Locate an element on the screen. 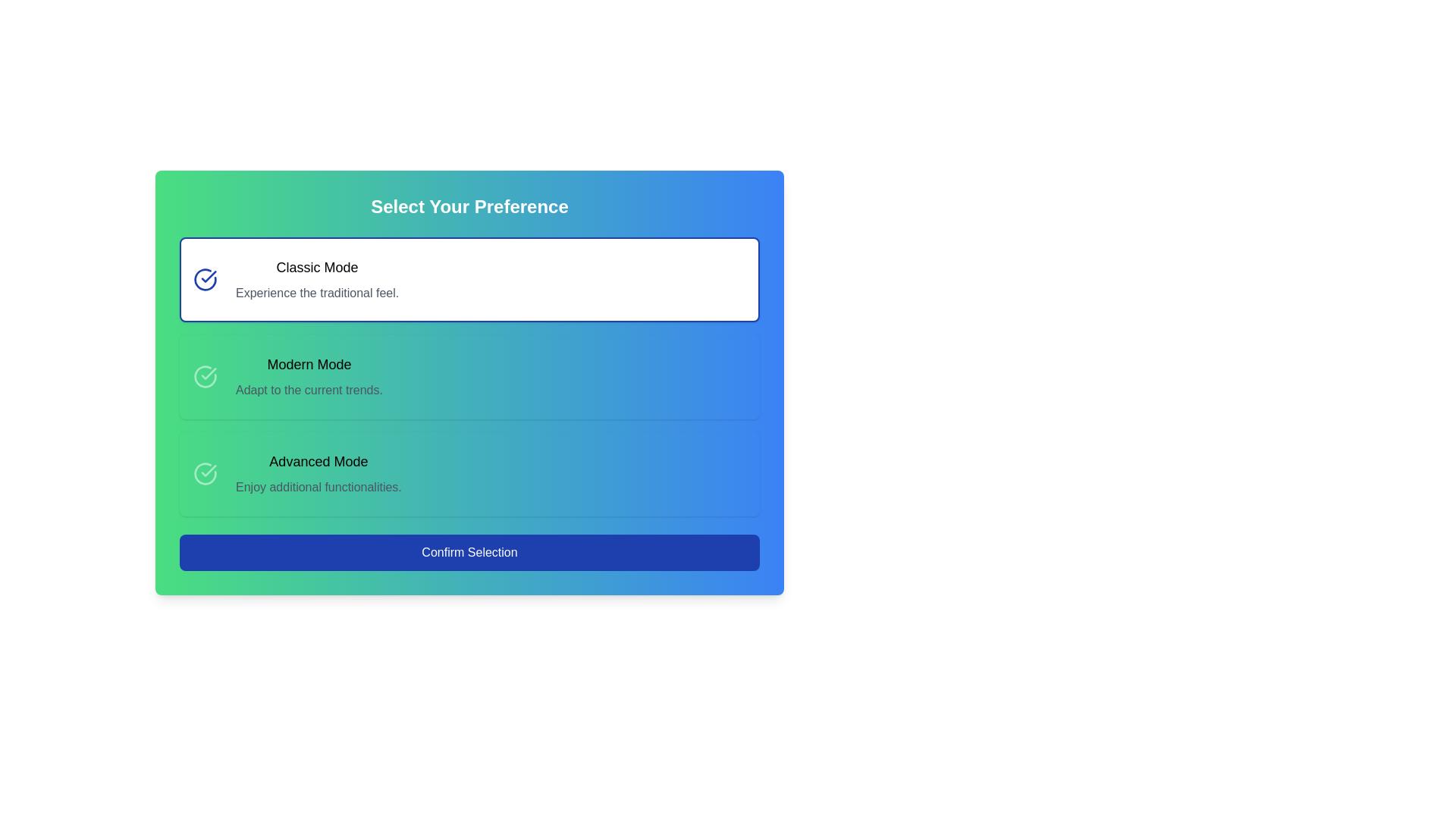  the descriptive text label for the 'Modern Mode' option, which is located below the heading 'Modern Mode' in the selection interface is located at coordinates (309, 390).